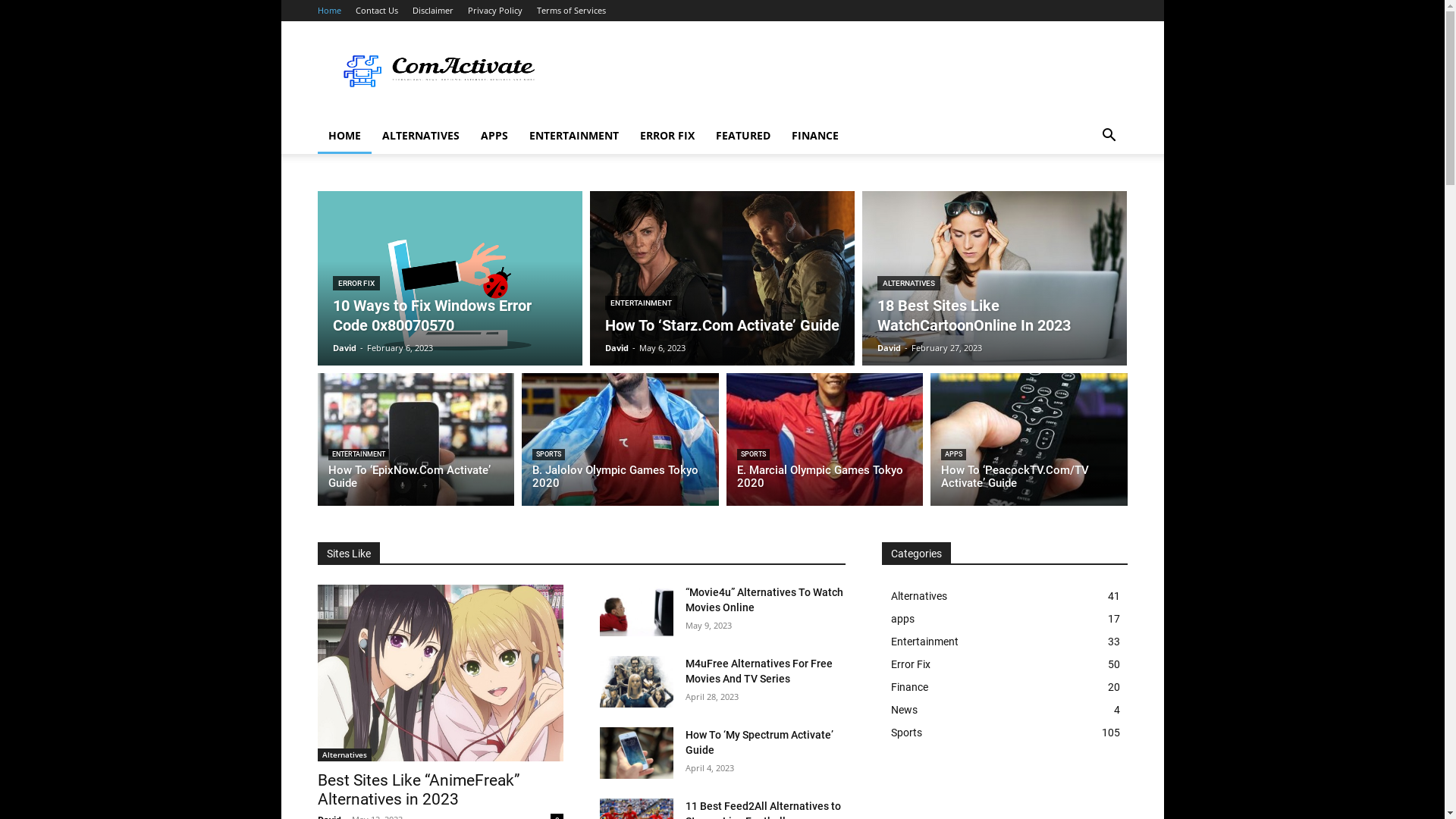  What do you see at coordinates (908, 283) in the screenshot?
I see `'ALTERNATIVES'` at bounding box center [908, 283].